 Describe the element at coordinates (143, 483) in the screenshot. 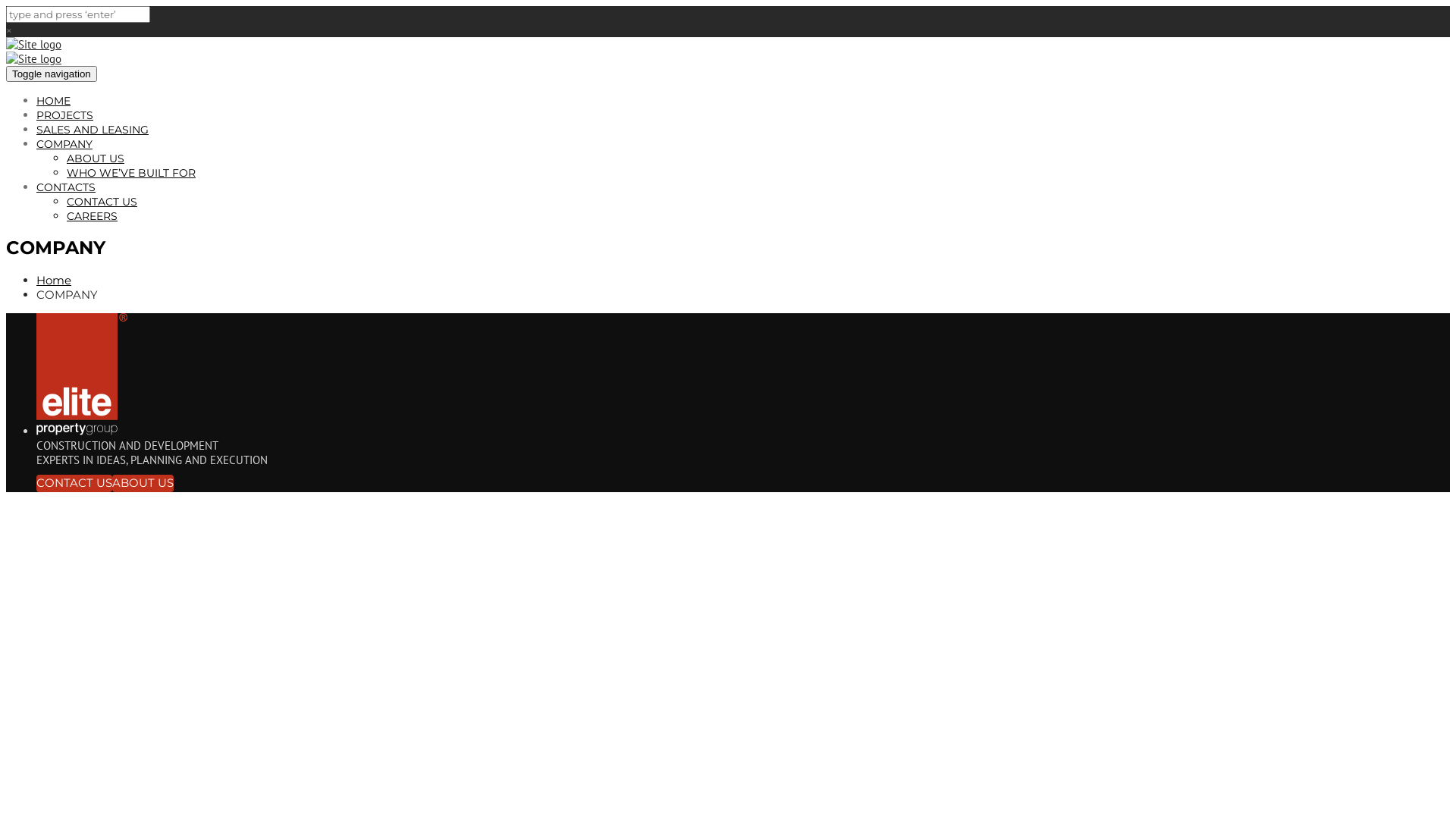

I see `'ABOUT US'` at that location.